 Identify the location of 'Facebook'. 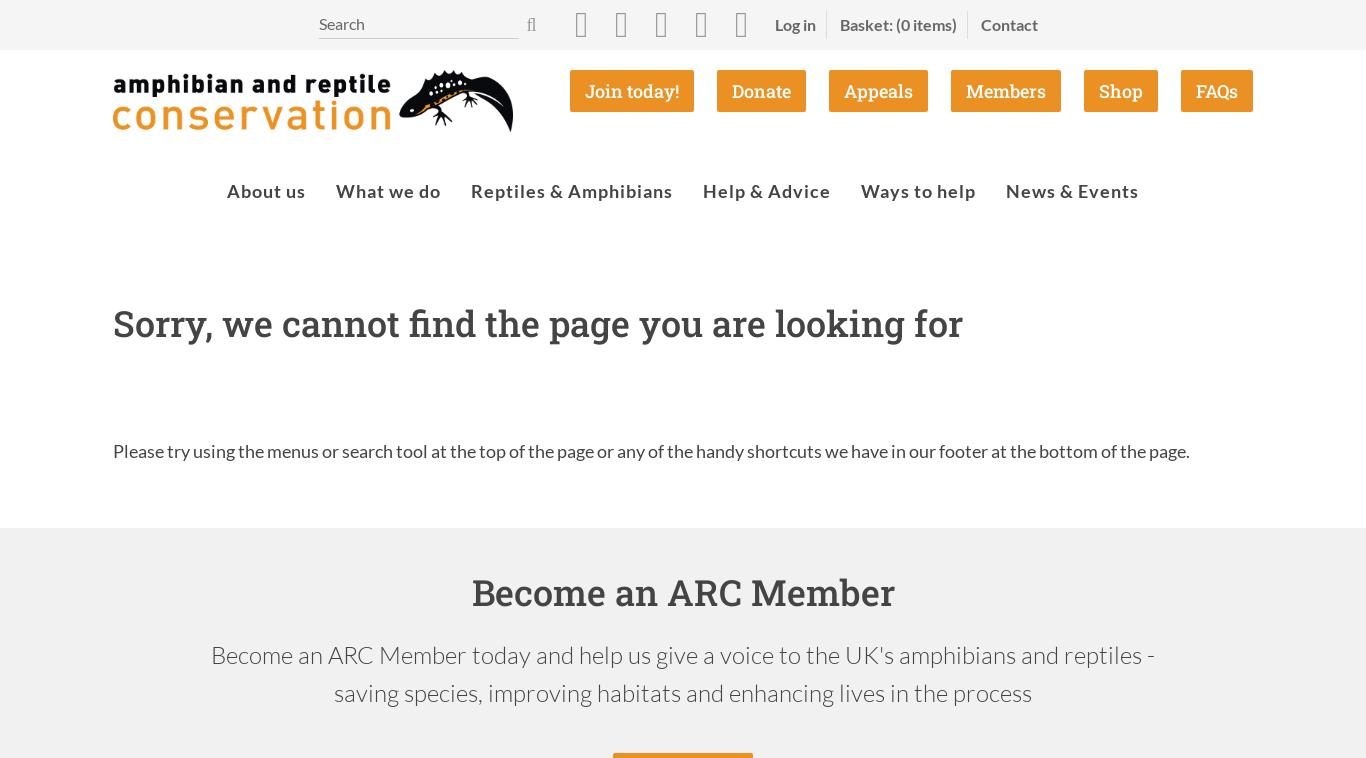
(579, 83).